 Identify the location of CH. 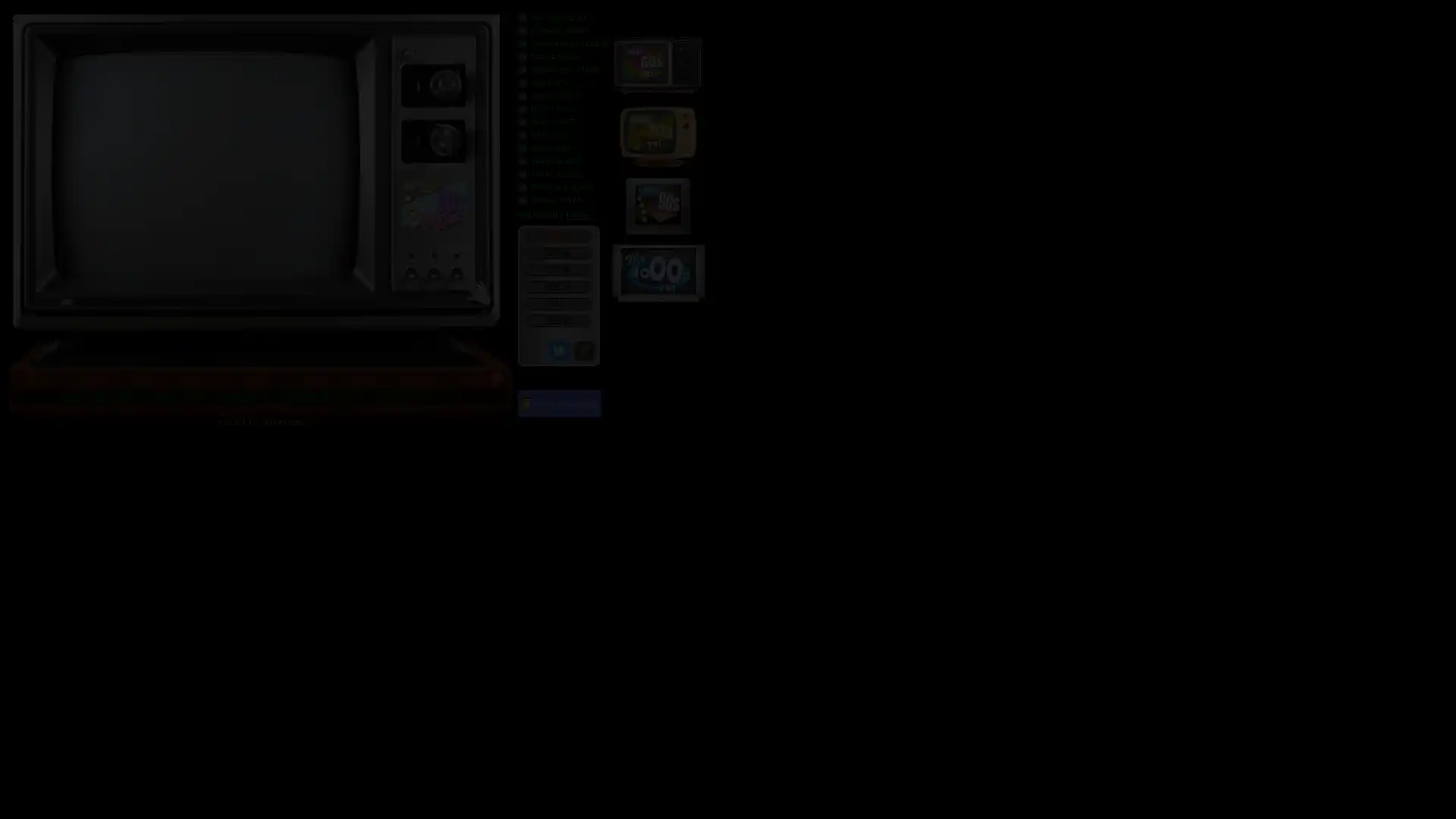
(557, 268).